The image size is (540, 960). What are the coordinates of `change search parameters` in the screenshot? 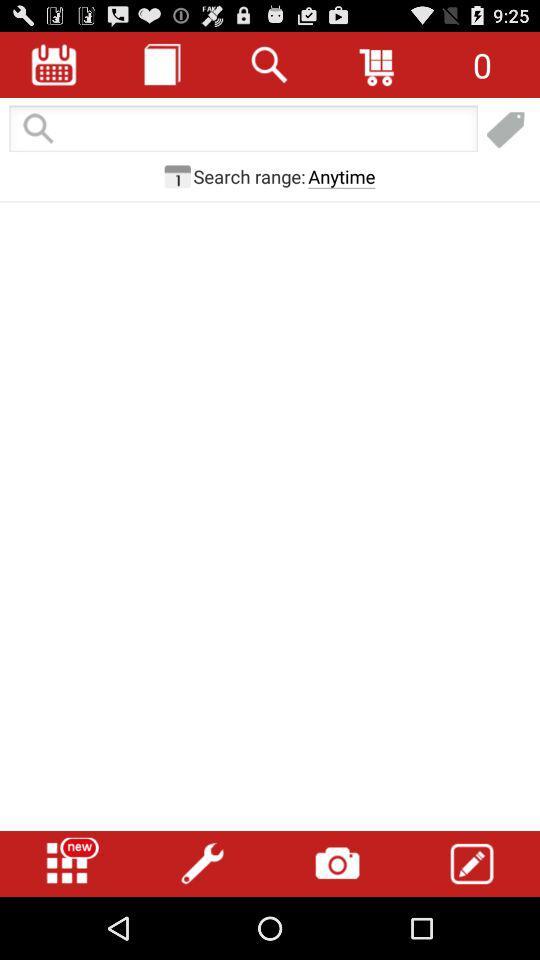 It's located at (177, 175).